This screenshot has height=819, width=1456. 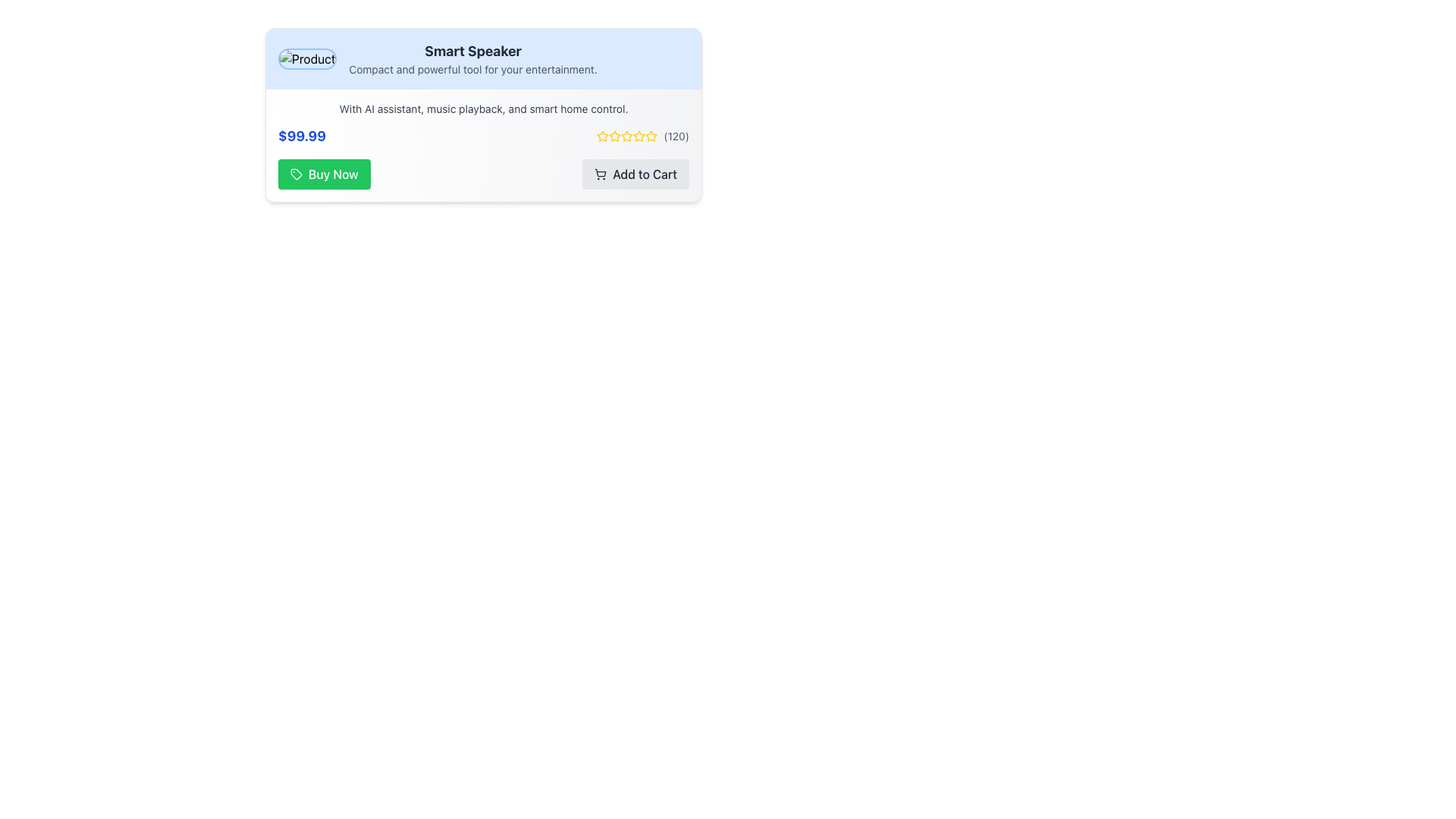 I want to click on the shopping cart icon located within the 'Add to Cart' button at the bottom-right side of the layout, so click(x=600, y=174).